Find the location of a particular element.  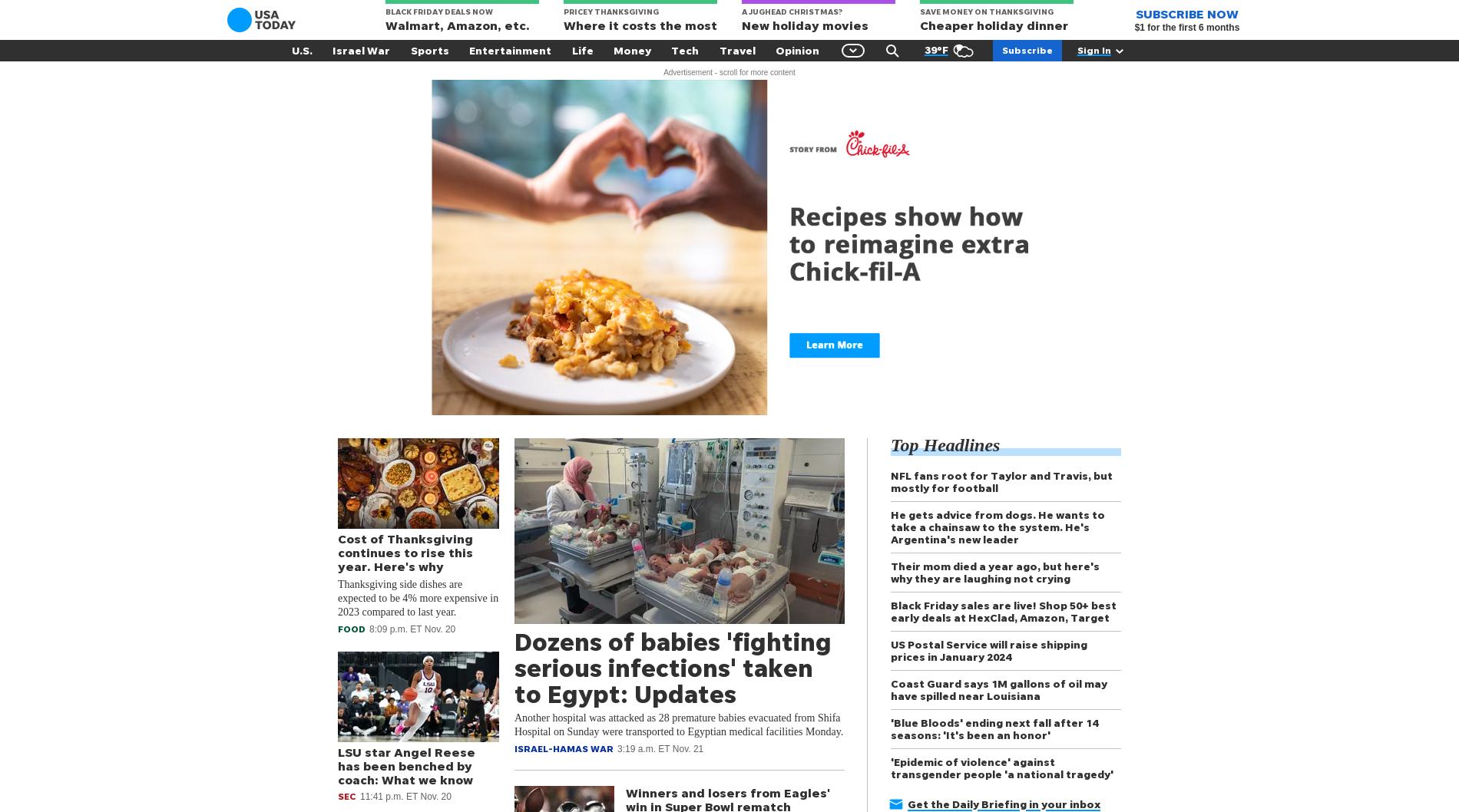

'Their mom died a year ago, but here's why they are laughing not crying' is located at coordinates (994, 572).